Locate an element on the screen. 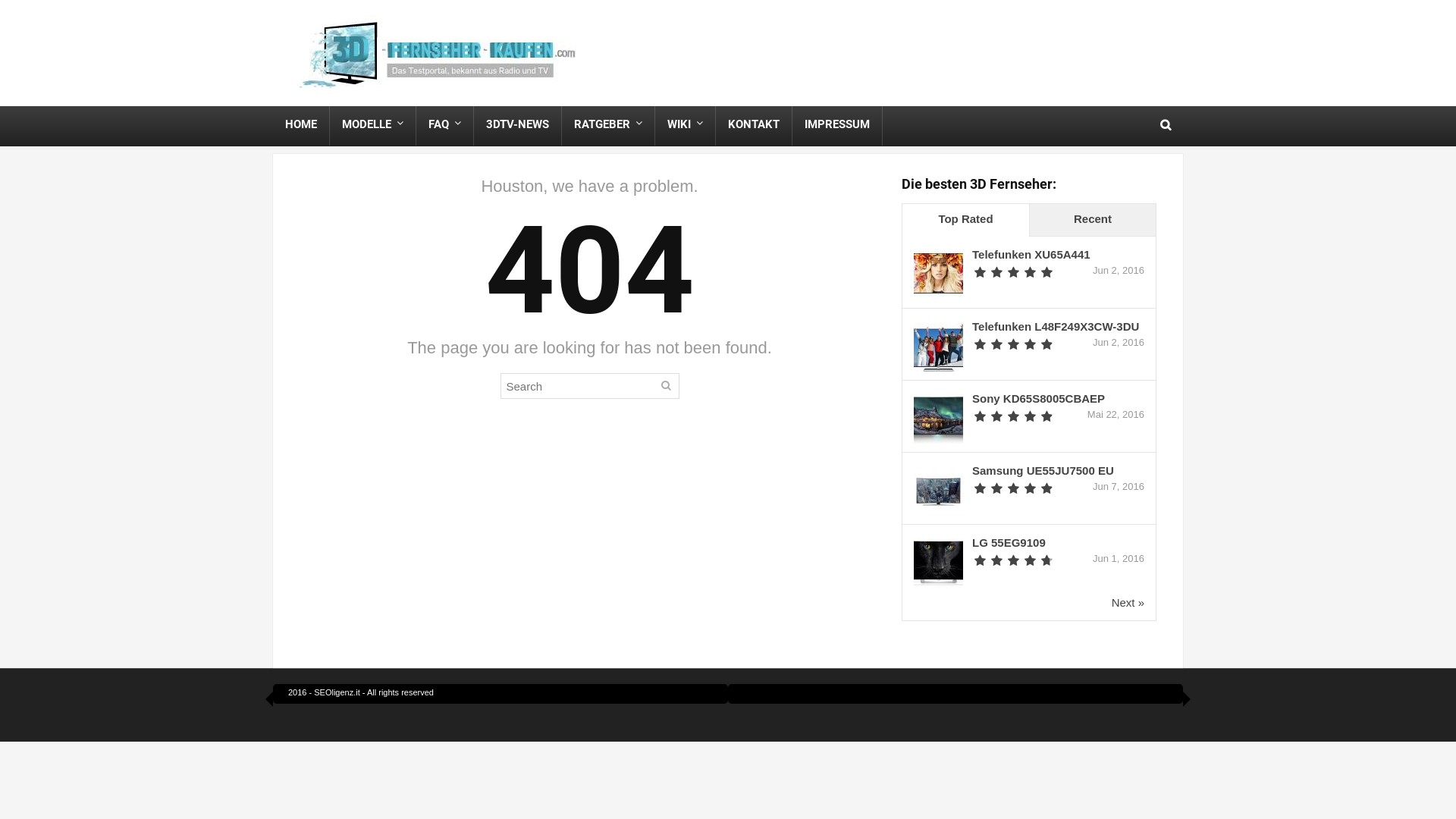 The height and width of the screenshot is (819, 1456). 'KONTAKT' is located at coordinates (753, 124).